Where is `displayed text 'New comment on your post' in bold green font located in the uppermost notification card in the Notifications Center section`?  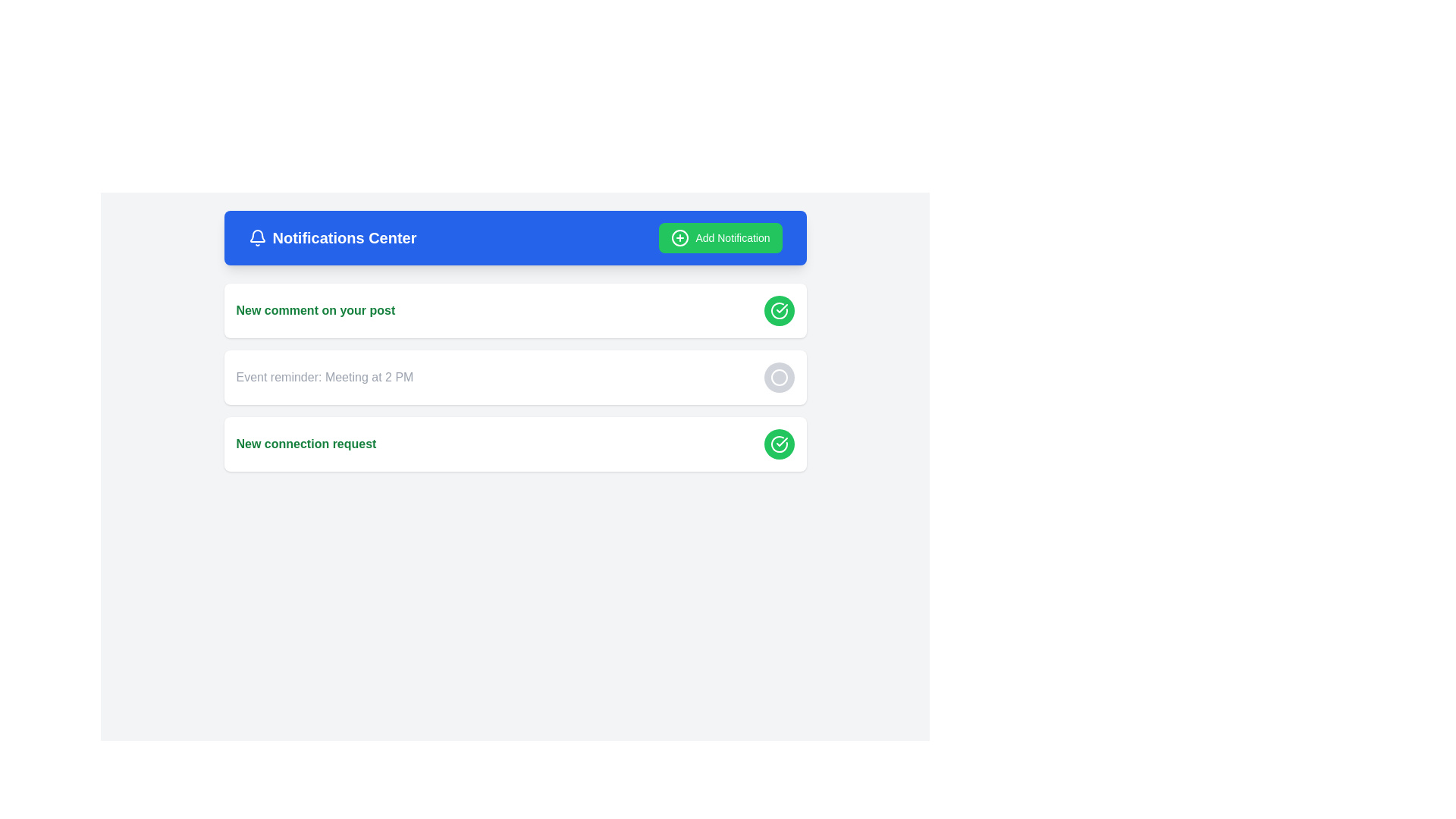 displayed text 'New comment on your post' in bold green font located in the uppermost notification card in the Notifications Center section is located at coordinates (315, 309).